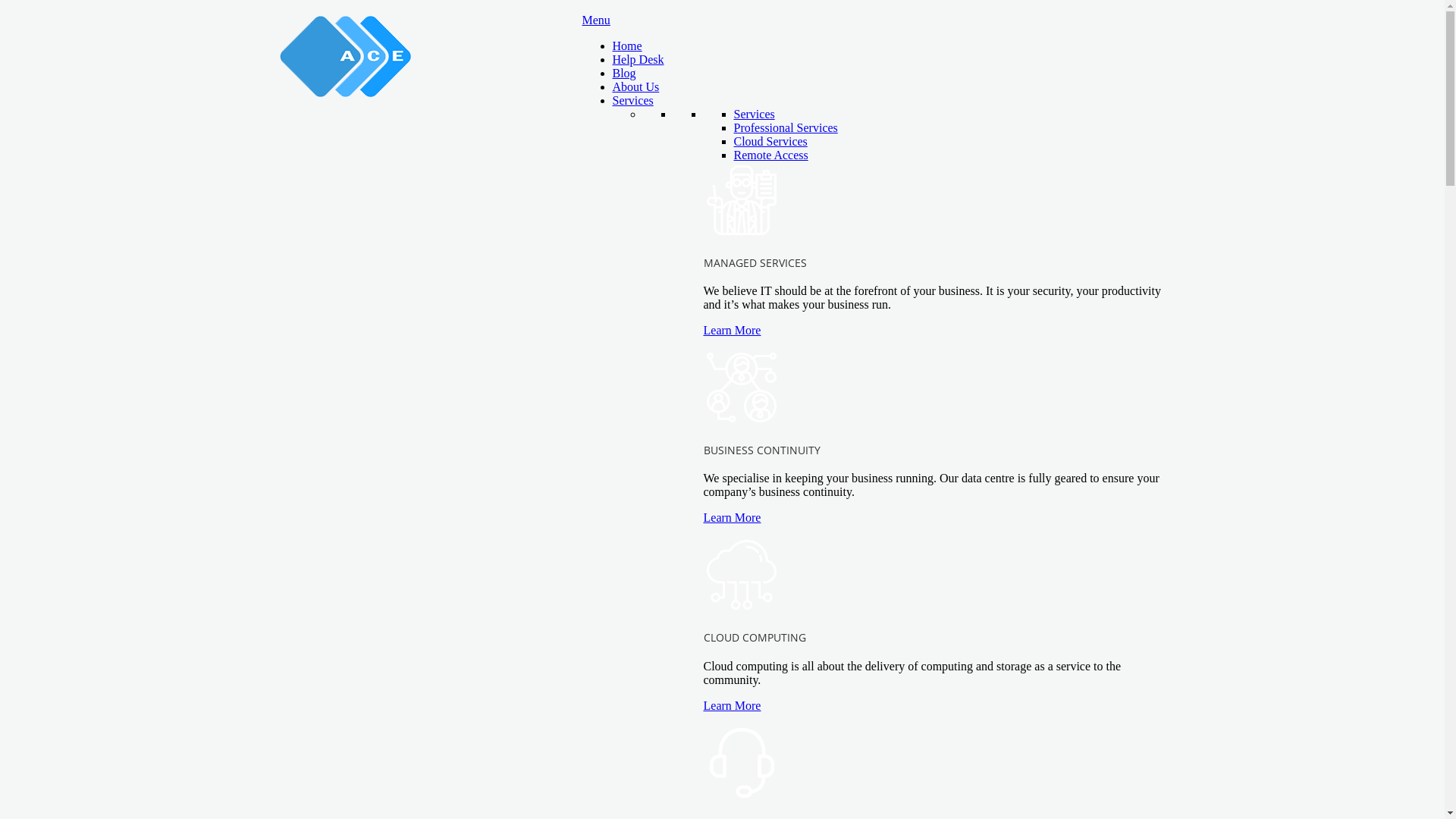  What do you see at coordinates (734, 155) in the screenshot?
I see `'Remote Access'` at bounding box center [734, 155].